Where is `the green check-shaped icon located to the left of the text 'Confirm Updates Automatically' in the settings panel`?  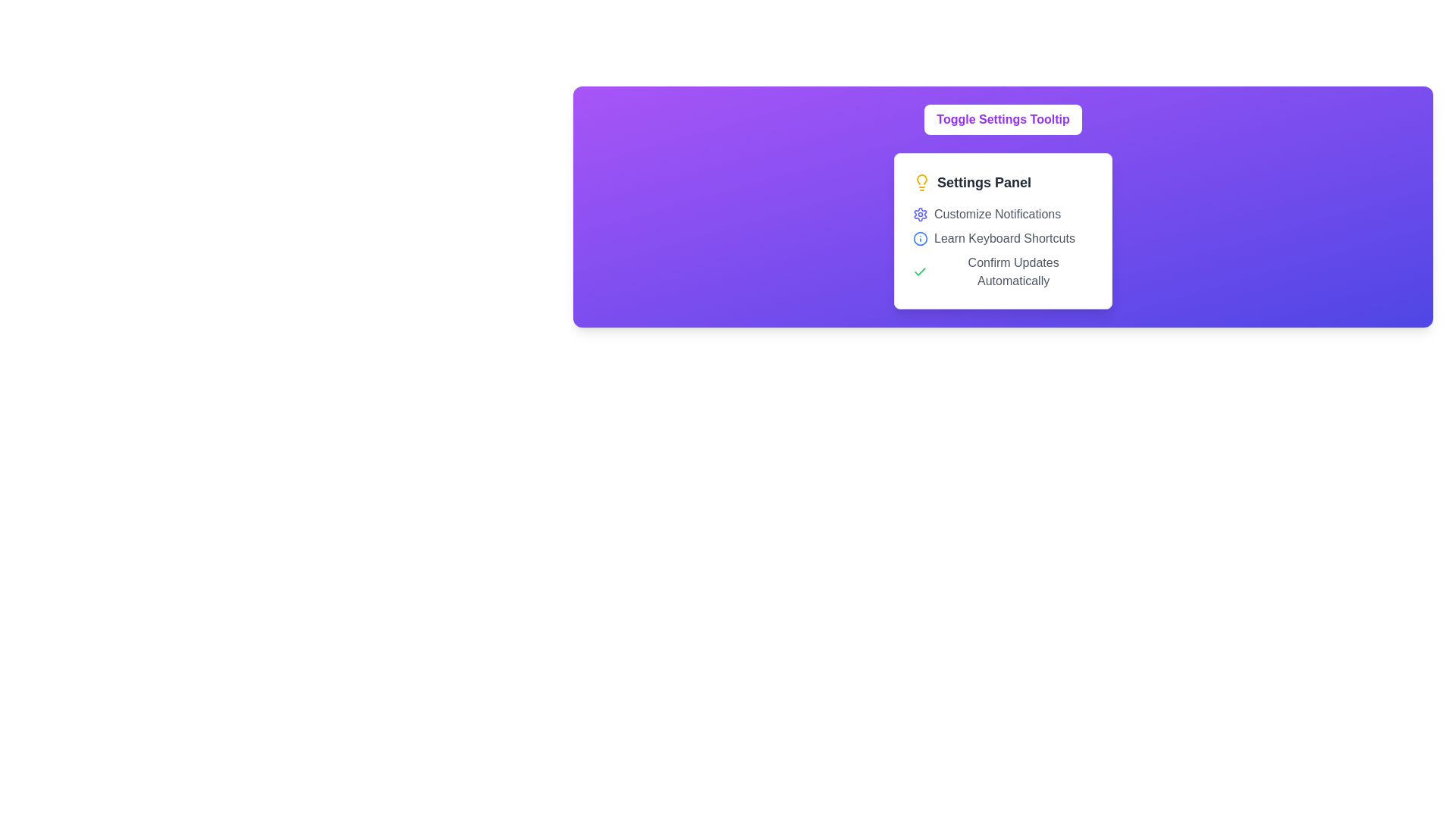 the green check-shaped icon located to the left of the text 'Confirm Updates Automatically' in the settings panel is located at coordinates (919, 271).